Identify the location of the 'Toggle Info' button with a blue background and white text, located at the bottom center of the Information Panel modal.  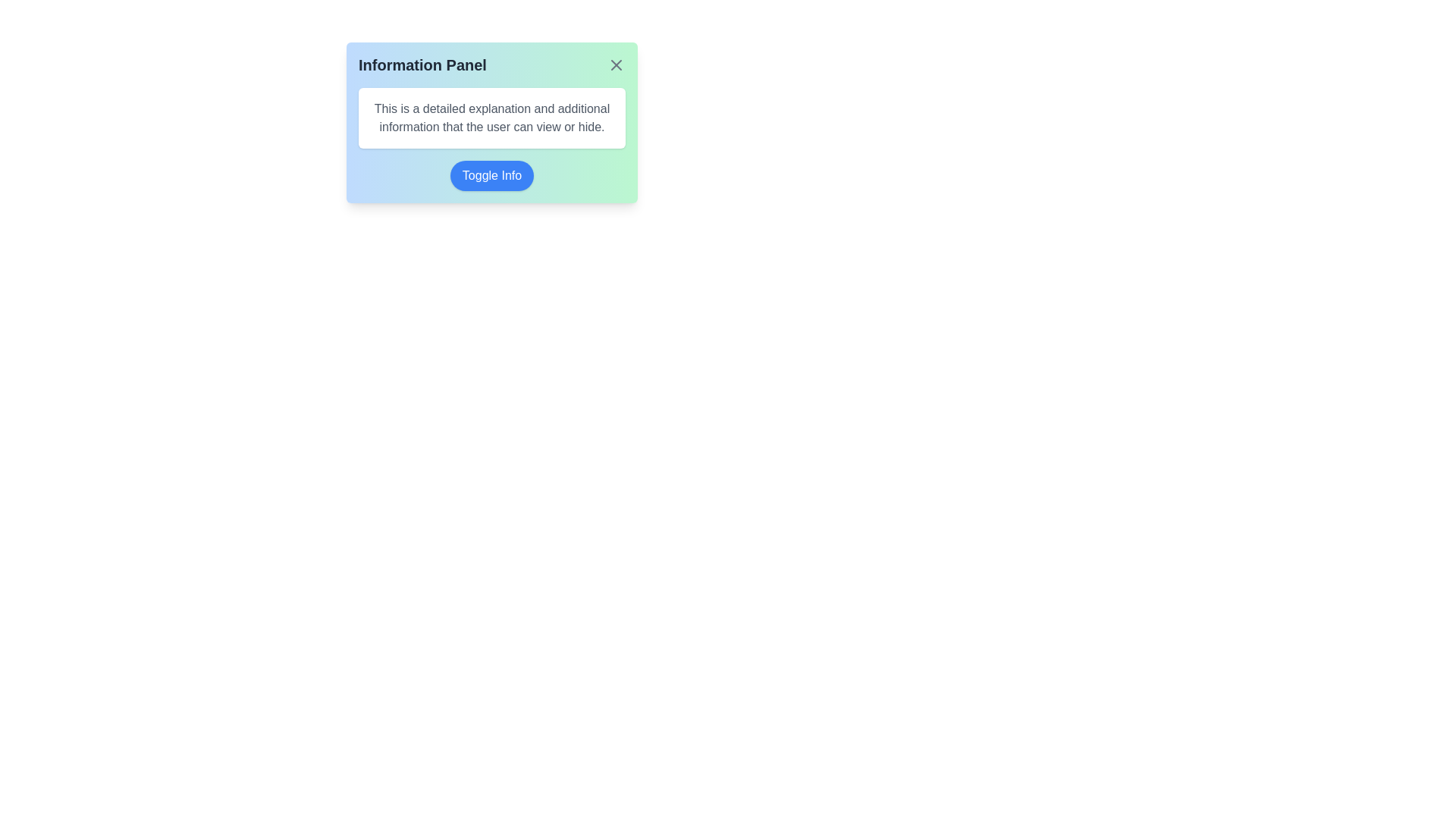
(491, 174).